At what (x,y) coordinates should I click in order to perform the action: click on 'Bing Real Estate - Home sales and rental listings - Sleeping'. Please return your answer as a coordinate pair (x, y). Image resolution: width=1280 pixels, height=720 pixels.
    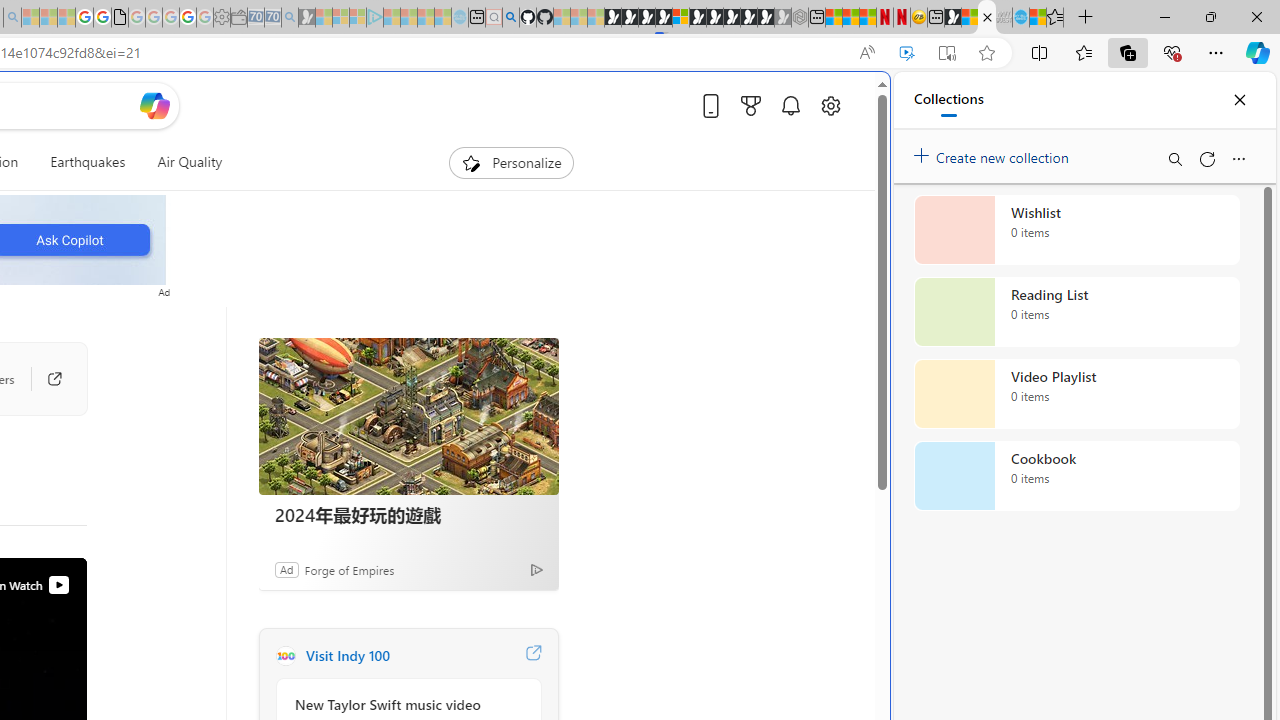
    Looking at the image, I should click on (288, 17).